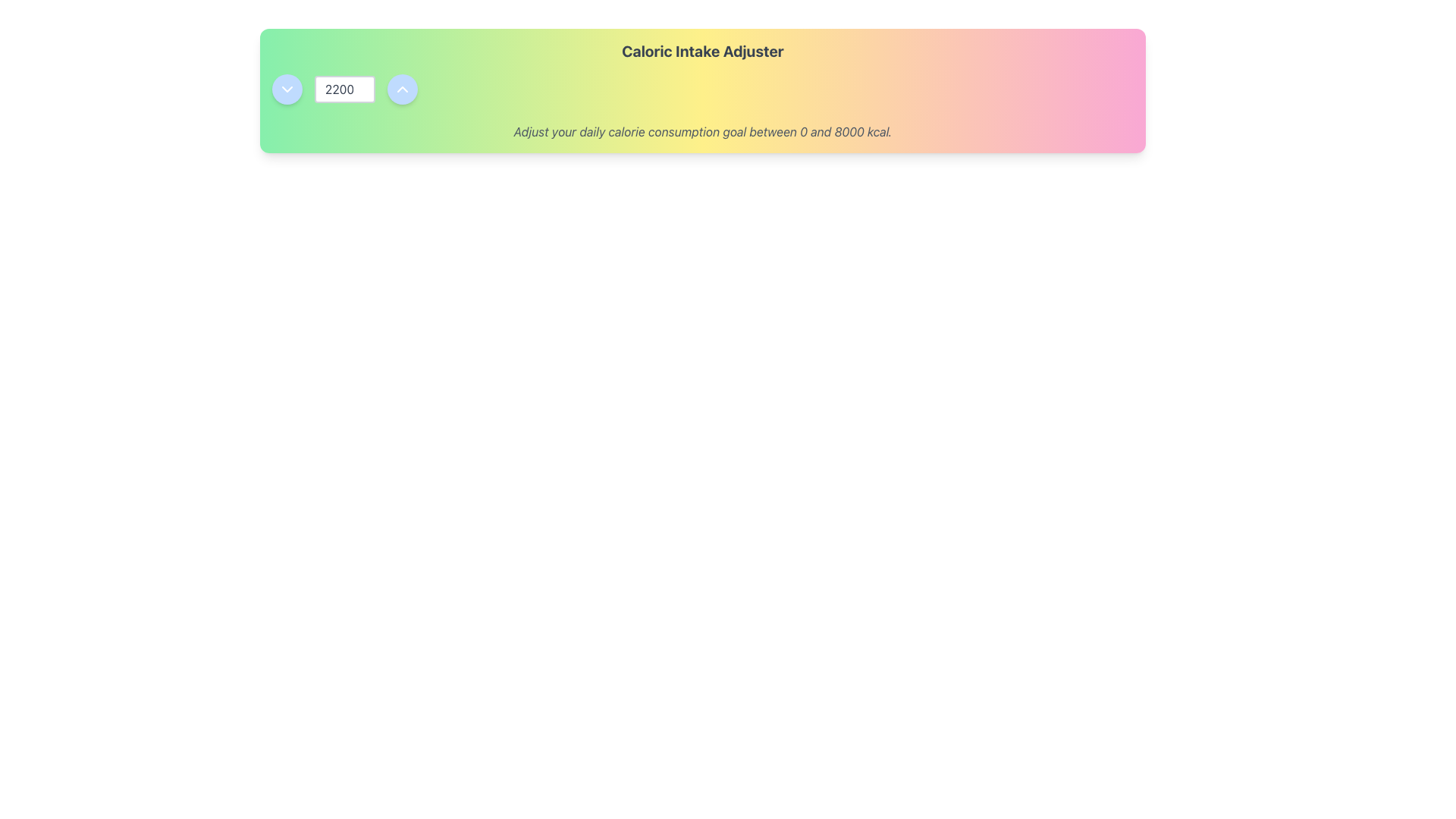 The height and width of the screenshot is (819, 1456). What do you see at coordinates (701, 130) in the screenshot?
I see `the informative text that guides the user on setting their daily calorie consumption goal, located below the title 'Caloric Intake Adjuster'` at bounding box center [701, 130].